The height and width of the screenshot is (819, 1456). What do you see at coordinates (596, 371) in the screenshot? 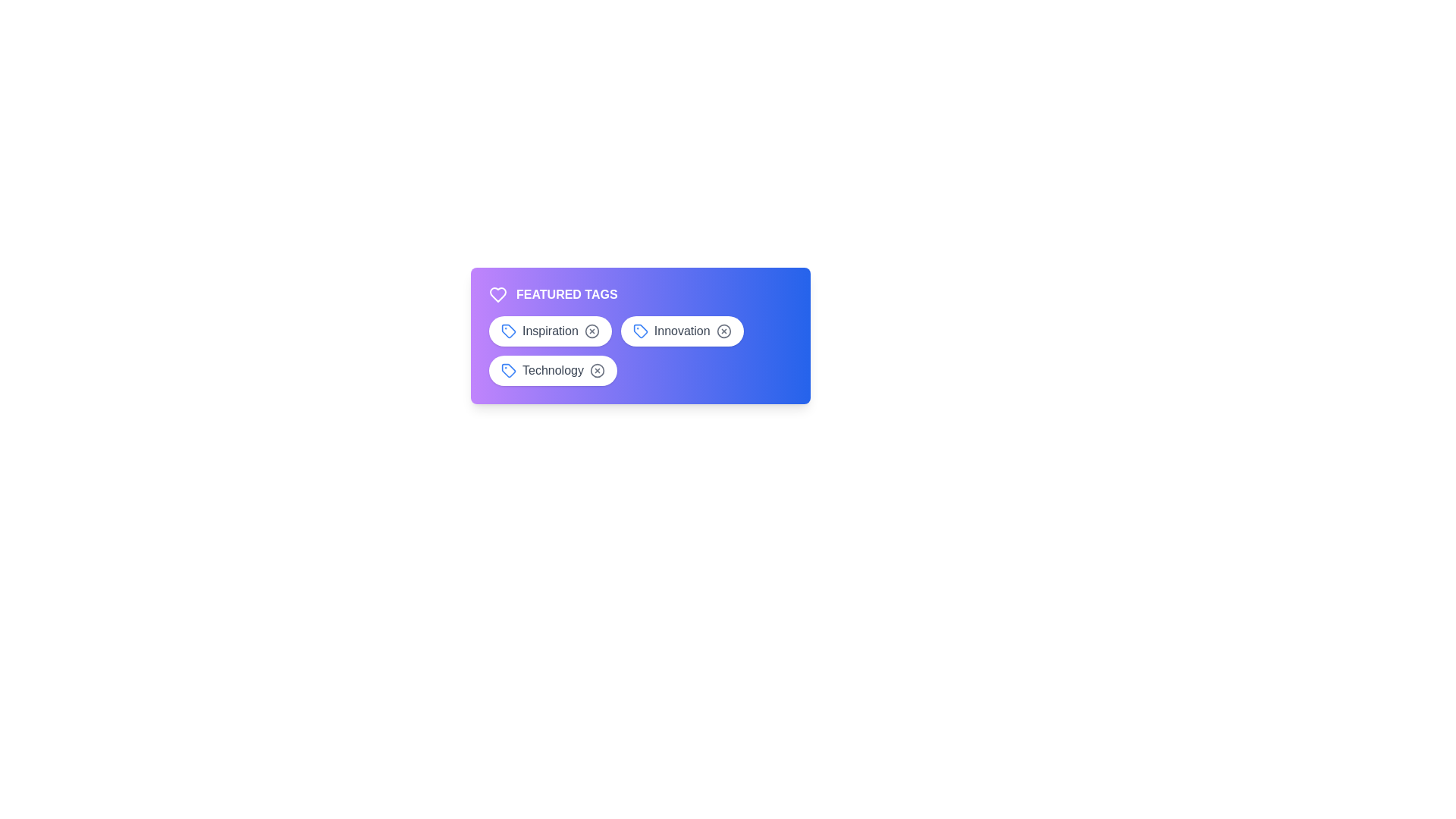
I see `the circular button with a transparent center and gray border located to the right of the 'Technology' text within the 'FEATURED TAGS' card` at bounding box center [596, 371].